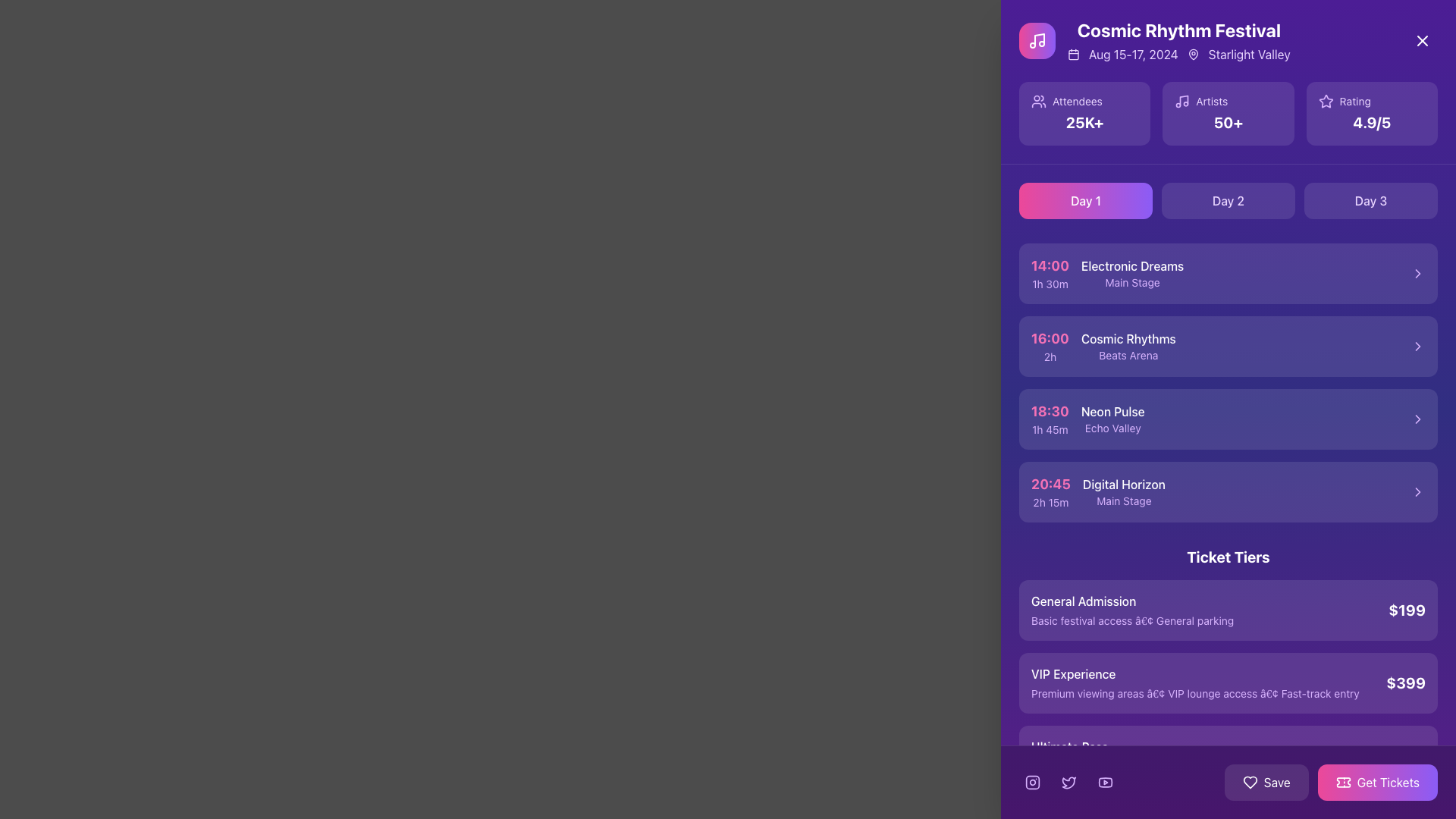 The image size is (1456, 819). What do you see at coordinates (1250, 783) in the screenshot?
I see `the heart-shaped icon button located` at bounding box center [1250, 783].